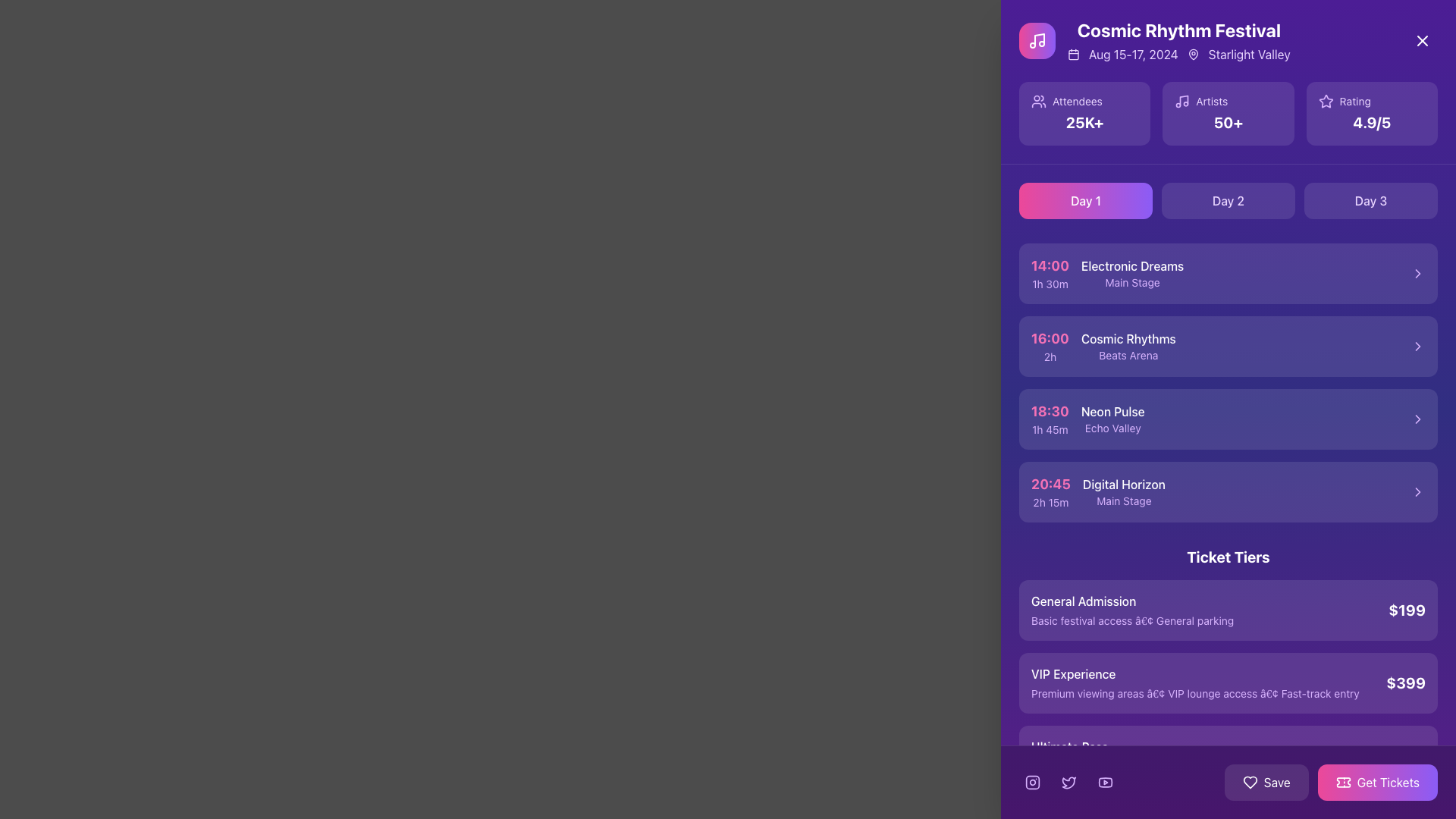 The image size is (1456, 819). What do you see at coordinates (1250, 783) in the screenshot?
I see `the heart-shaped icon button located` at bounding box center [1250, 783].